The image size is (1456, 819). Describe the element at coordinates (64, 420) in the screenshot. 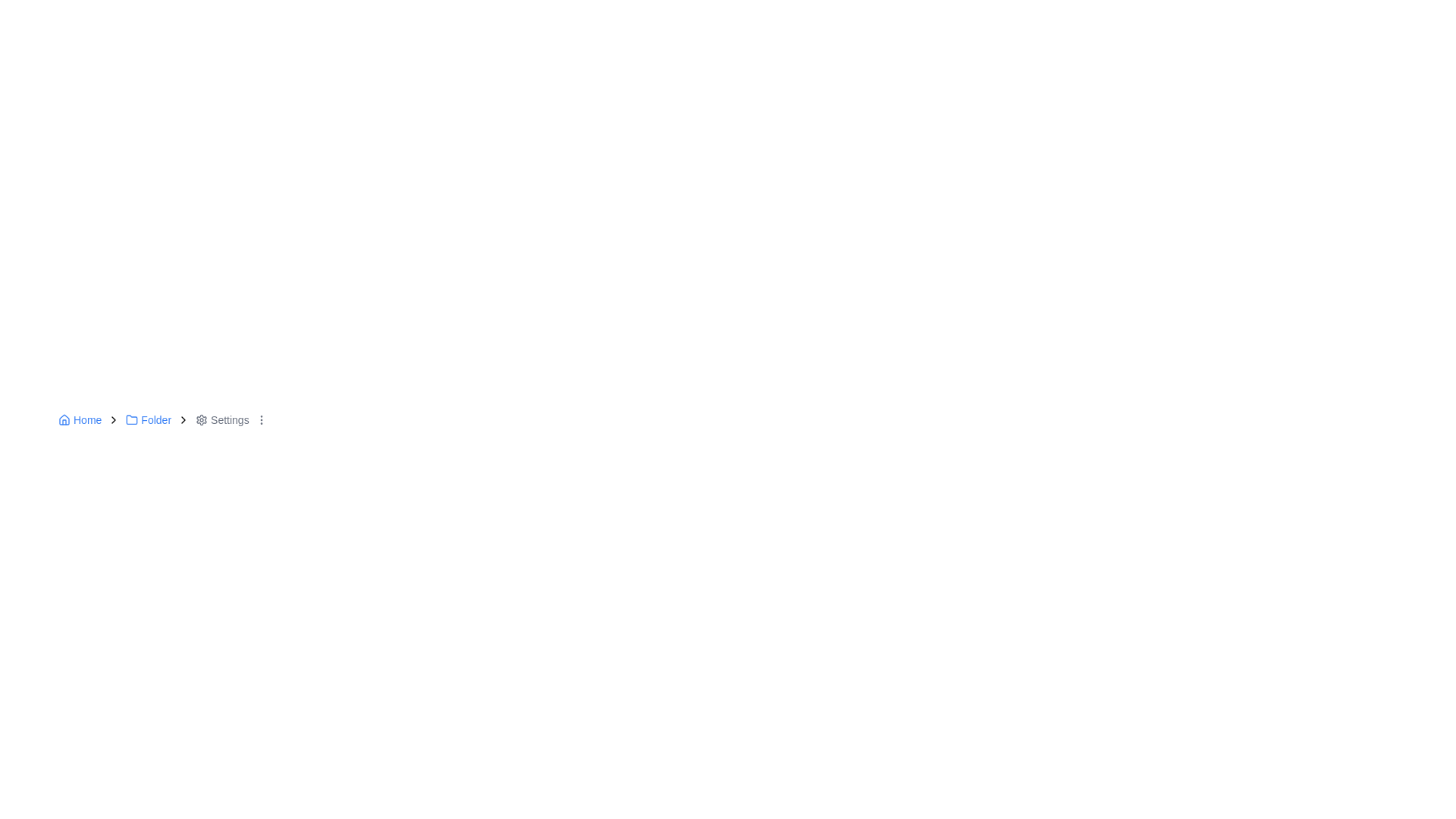

I see `the 'Home' icon in the breadcrumb navigation` at that location.